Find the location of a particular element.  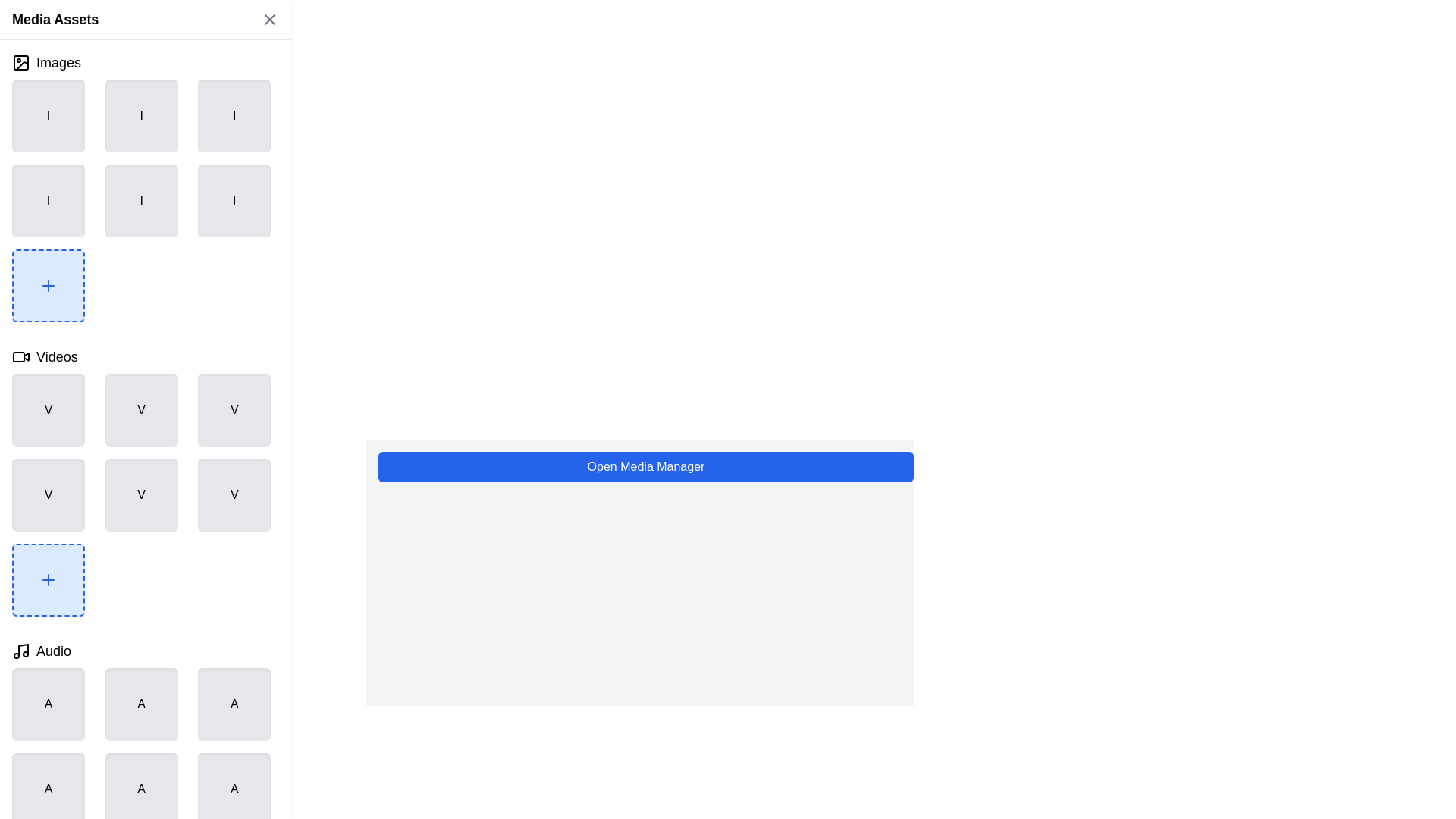

the small monochrome SVG icon resembling a video camera located in the left sidebar menu under the category 'Videos', positioned to the left of the text label 'Videos' is located at coordinates (21, 356).